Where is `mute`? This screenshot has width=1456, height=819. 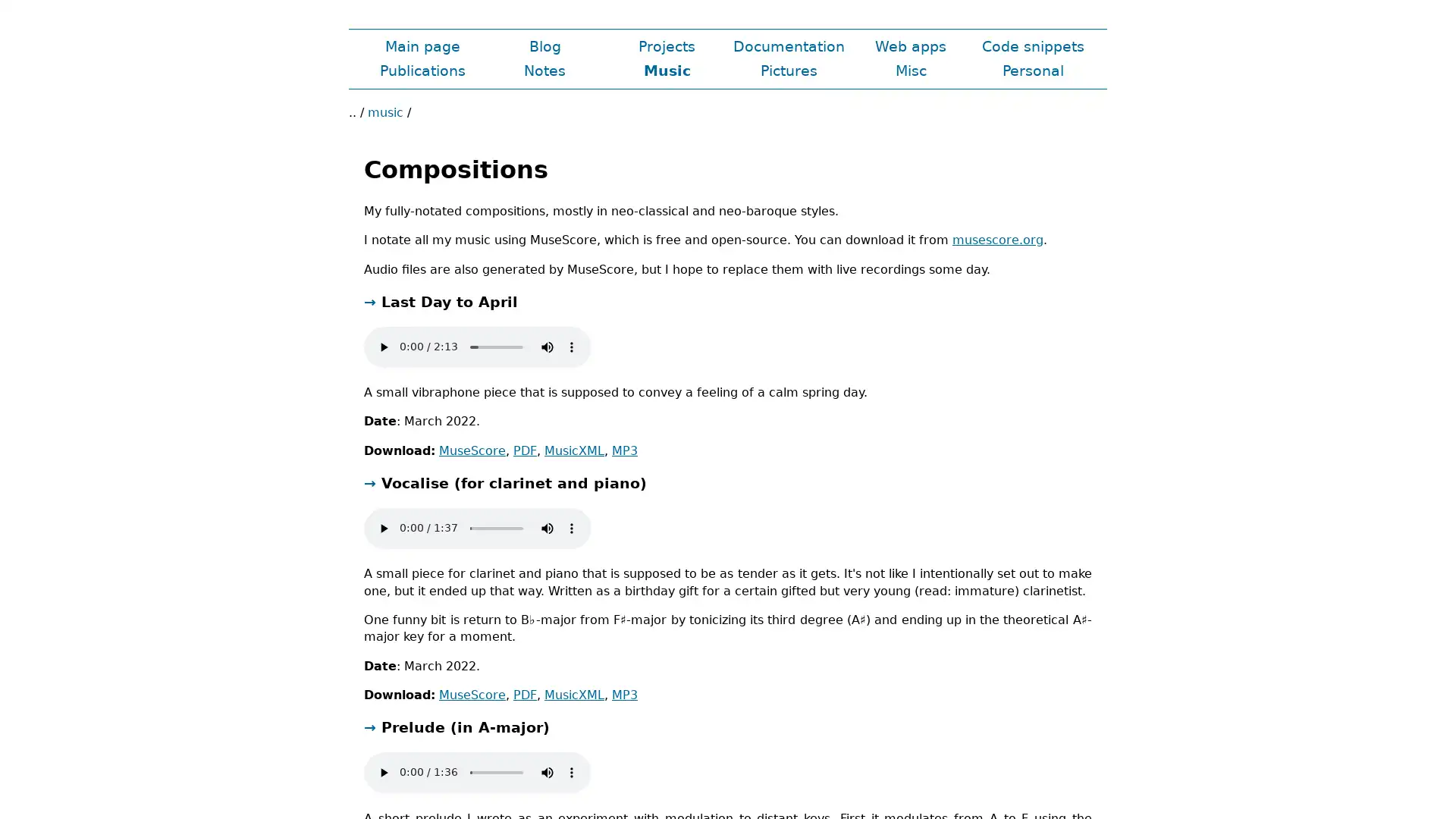
mute is located at coordinates (546, 526).